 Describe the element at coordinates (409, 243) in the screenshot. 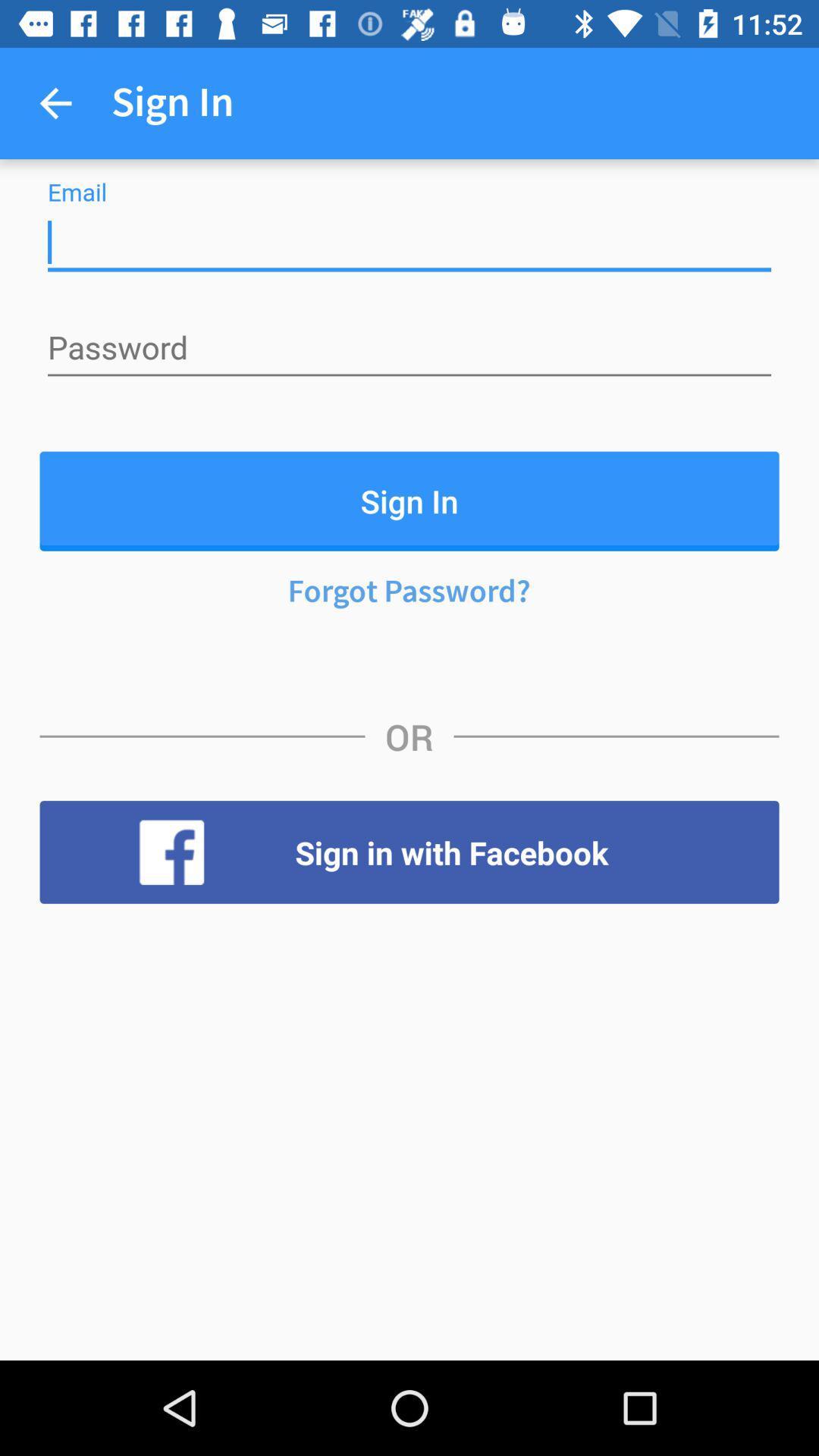

I see `email option` at that location.